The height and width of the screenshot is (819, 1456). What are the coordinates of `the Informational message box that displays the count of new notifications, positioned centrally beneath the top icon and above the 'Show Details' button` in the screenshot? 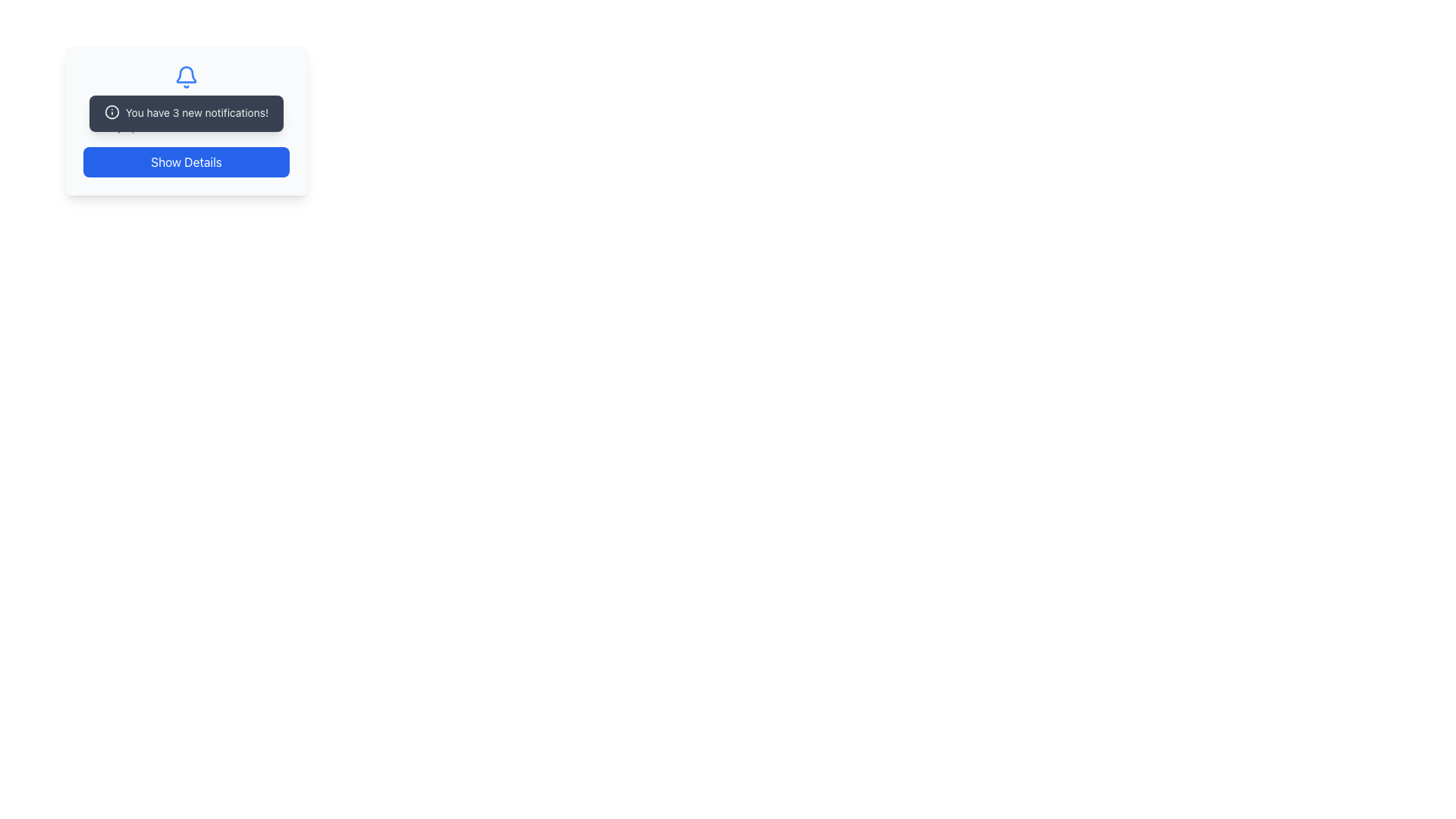 It's located at (185, 113).